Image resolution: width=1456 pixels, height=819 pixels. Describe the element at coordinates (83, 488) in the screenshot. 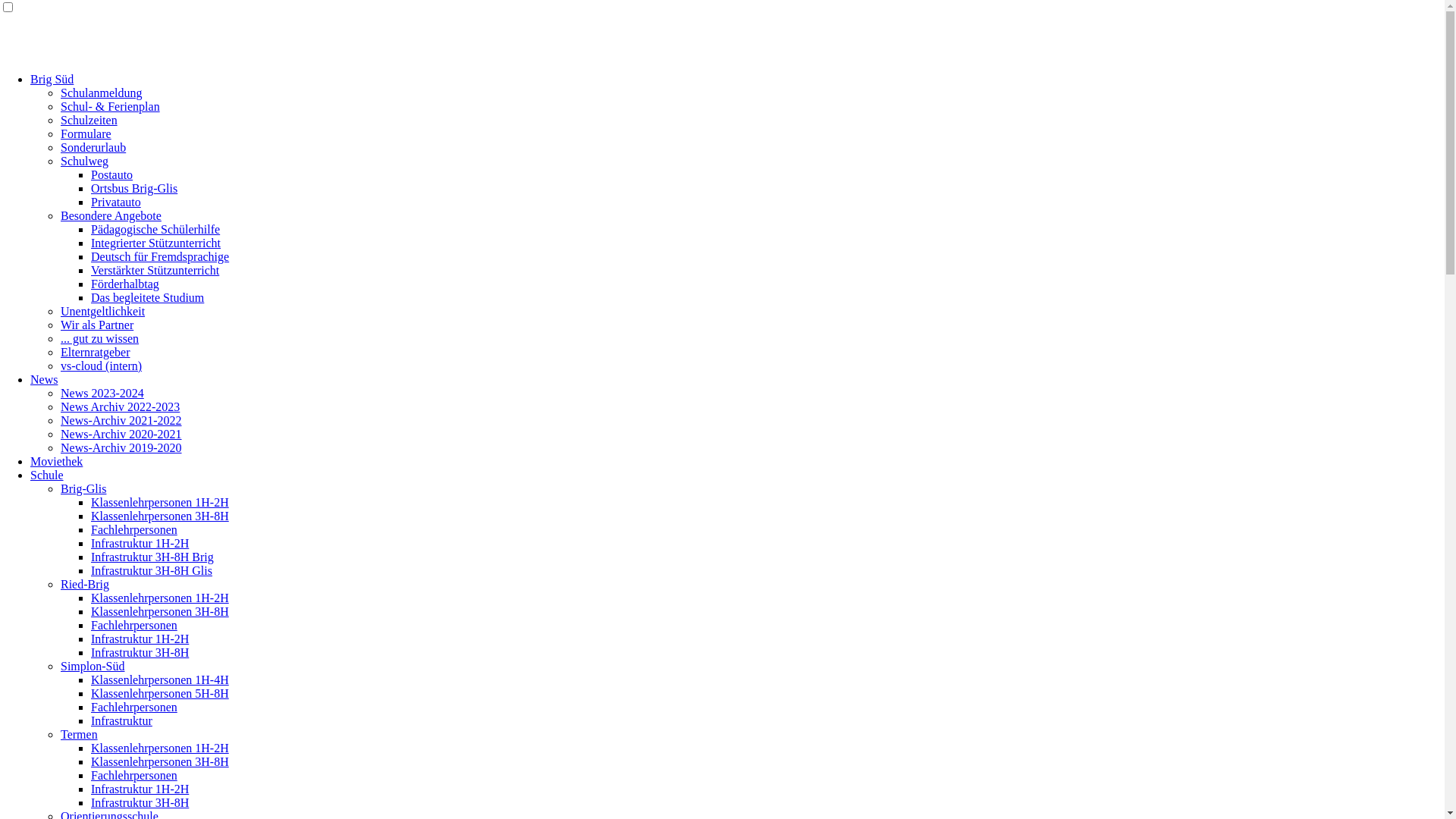

I see `'Brig-Glis'` at that location.